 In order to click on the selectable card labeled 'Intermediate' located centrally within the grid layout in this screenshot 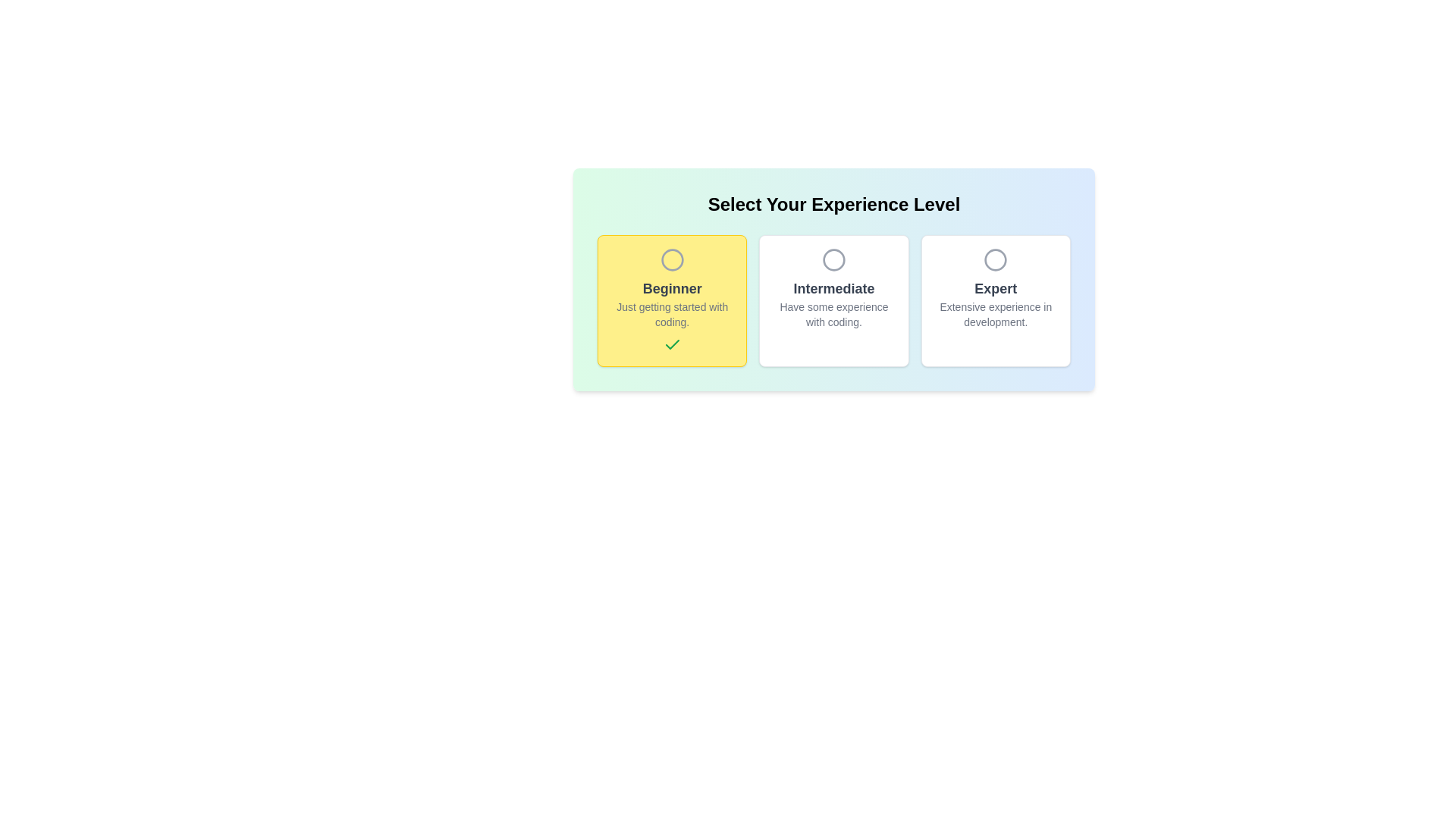, I will do `click(833, 301)`.